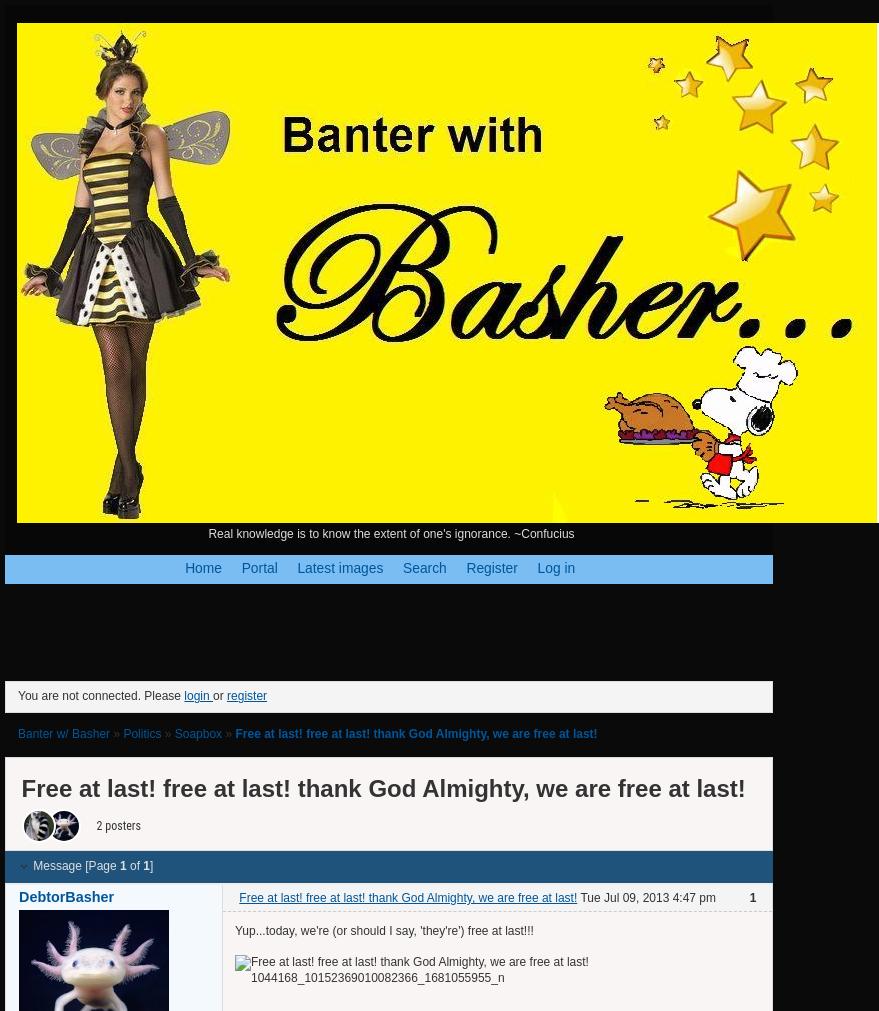 Image resolution: width=879 pixels, height=1011 pixels. I want to click on 'Home', so click(202, 568).